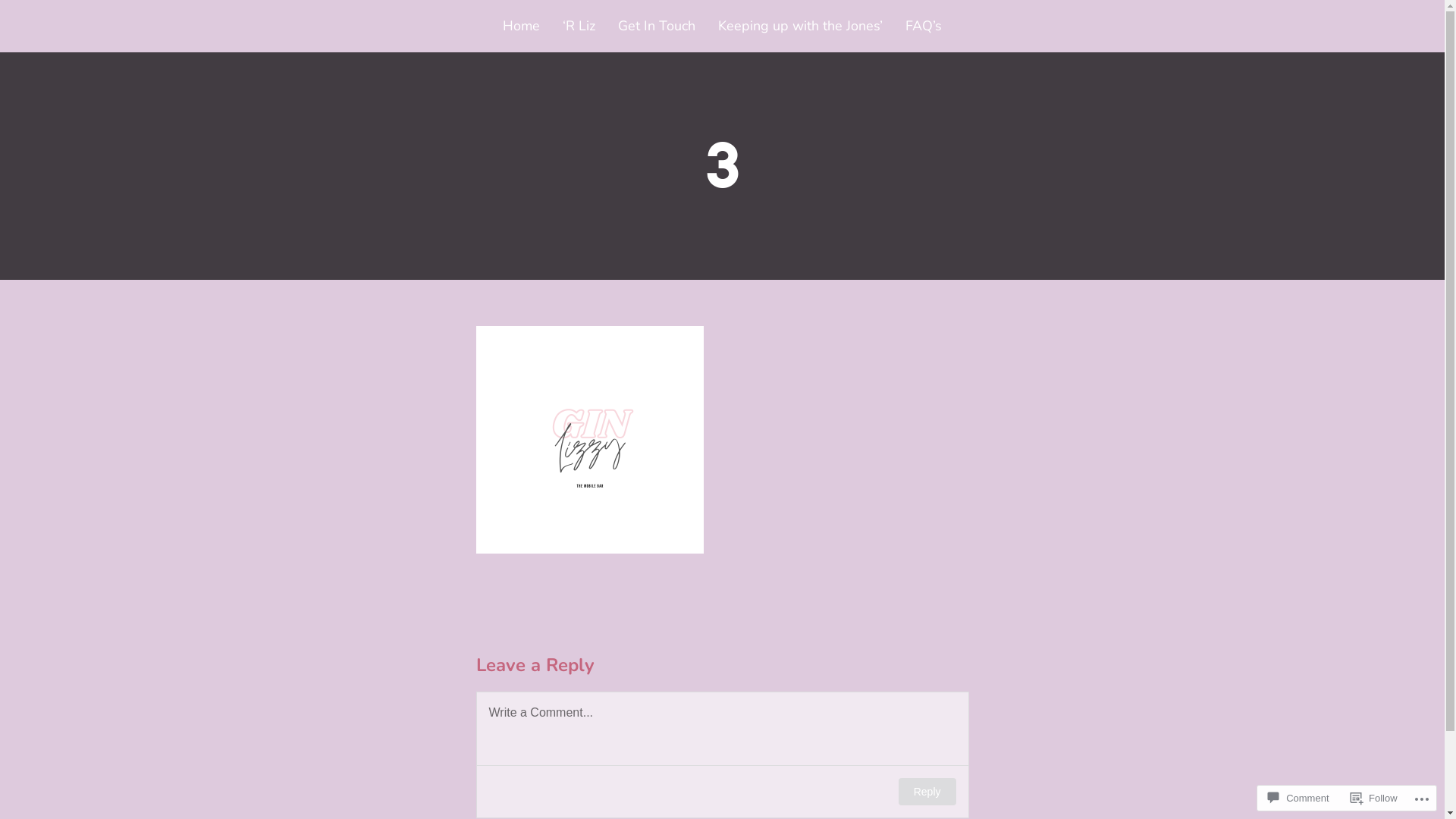 The width and height of the screenshot is (1456, 819). I want to click on 'Reply', so click(927, 791).